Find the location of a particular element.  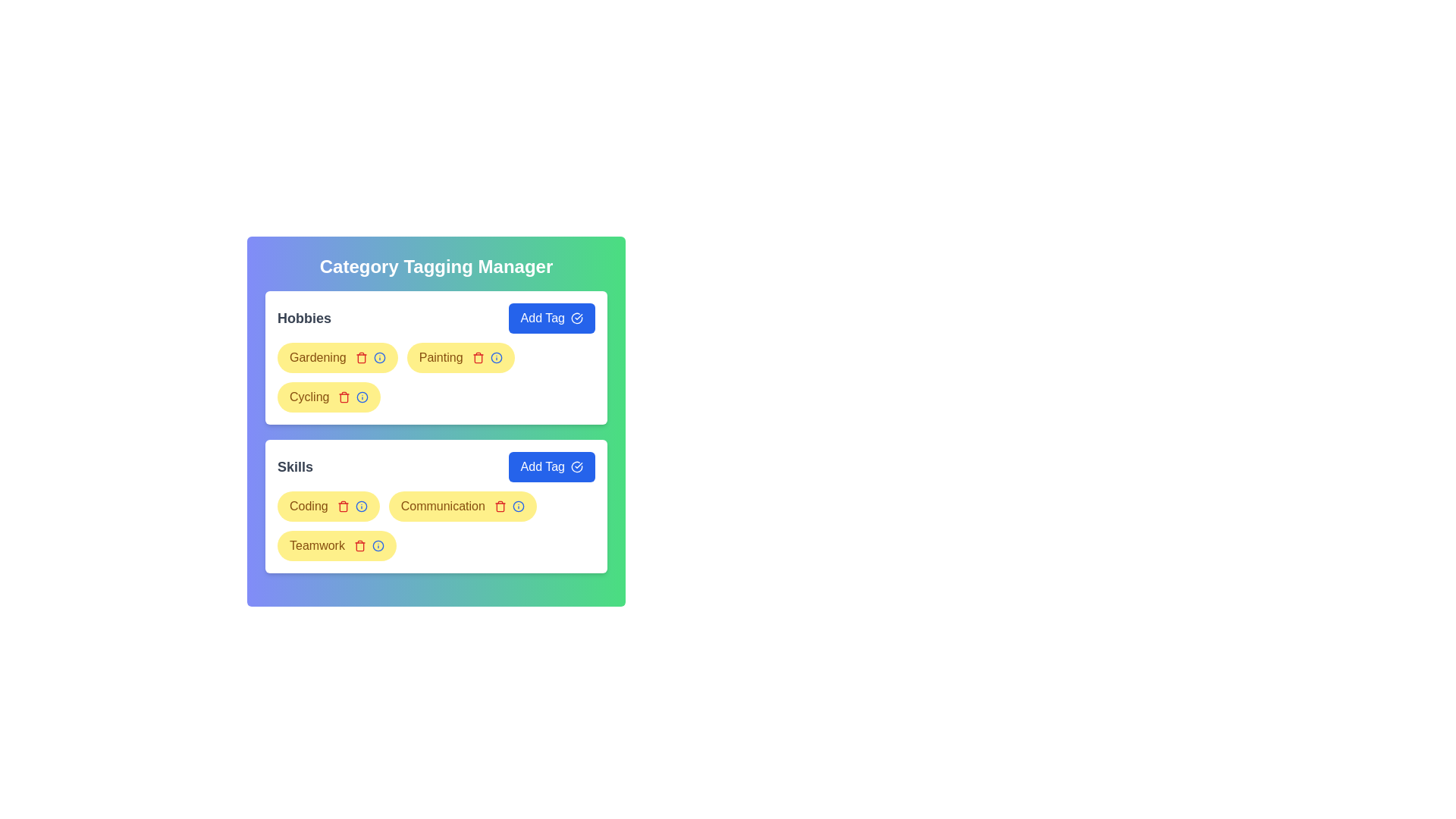

the clickable info icon/button located in the yellow badge labeled 'Coding', which provides additional information about the 'Coding' tag is located at coordinates (360, 506).